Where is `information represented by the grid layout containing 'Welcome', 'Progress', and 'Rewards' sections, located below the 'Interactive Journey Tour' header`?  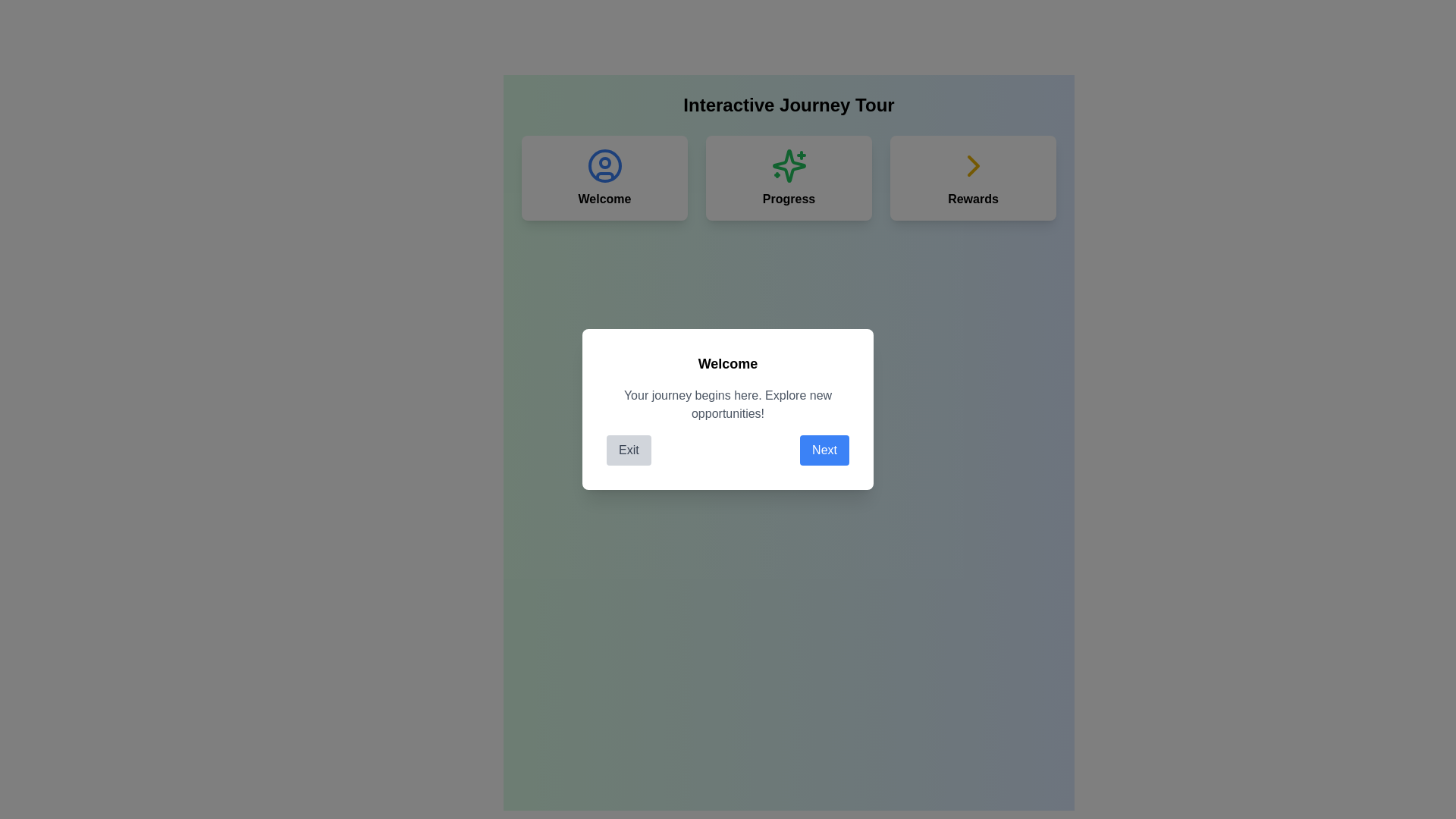
information represented by the grid layout containing 'Welcome', 'Progress', and 'Rewards' sections, located below the 'Interactive Journey Tour' header is located at coordinates (789, 177).